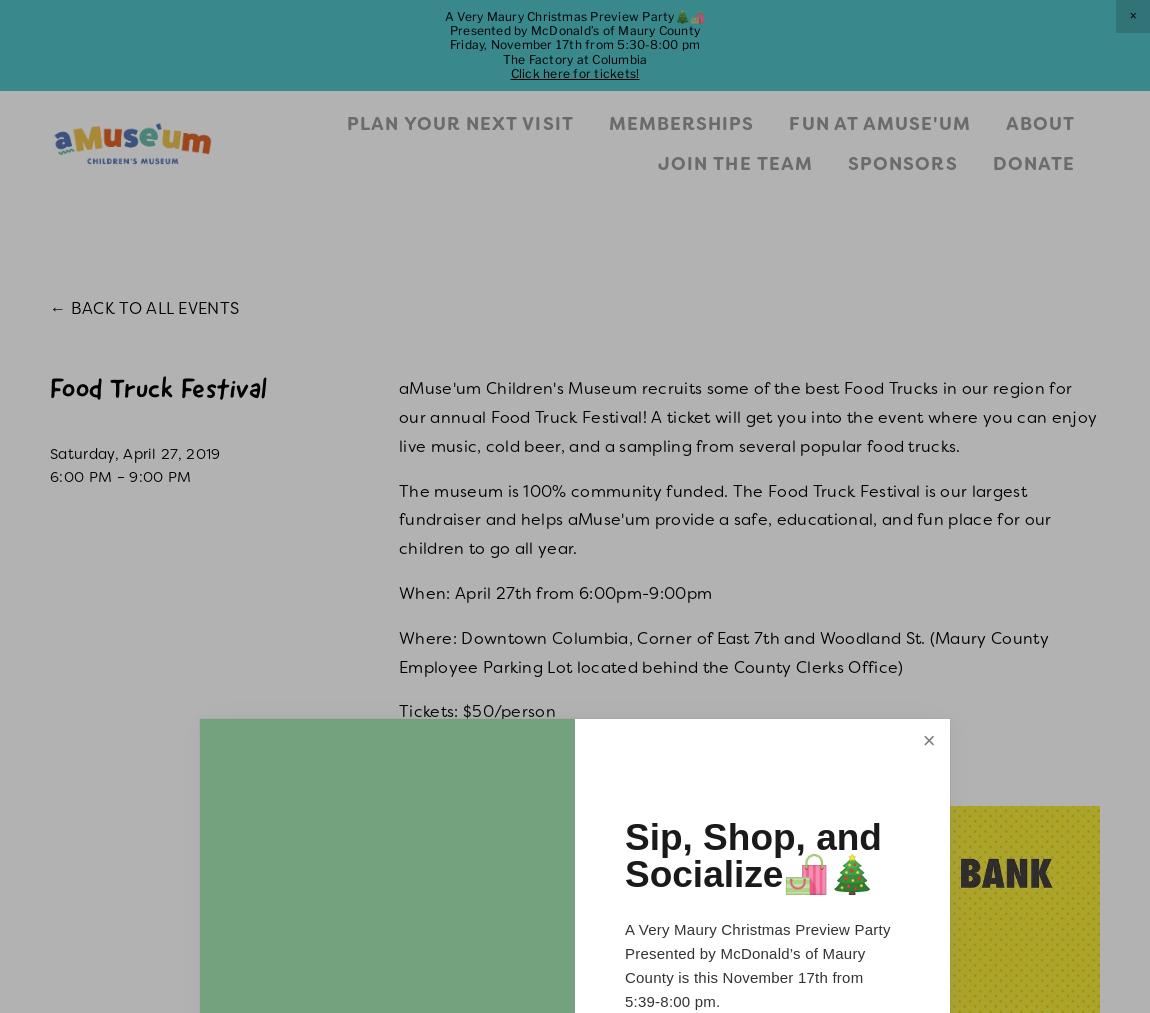 Image resolution: width=1150 pixels, height=1013 pixels. Describe the element at coordinates (69, 308) in the screenshot. I see `'Back to All Events'` at that location.